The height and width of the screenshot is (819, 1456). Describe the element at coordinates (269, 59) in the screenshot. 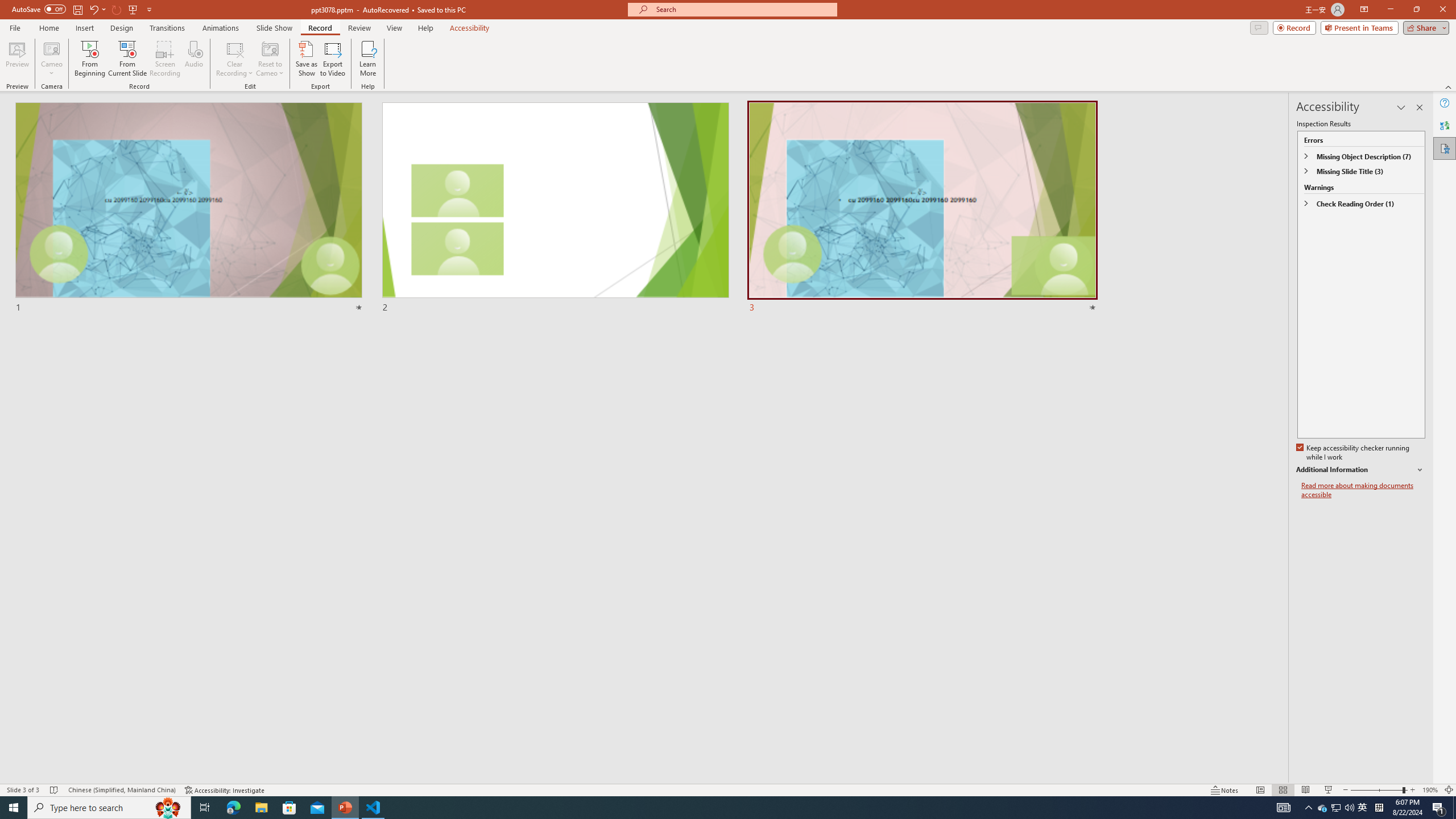

I see `'Reset to Cameo'` at that location.